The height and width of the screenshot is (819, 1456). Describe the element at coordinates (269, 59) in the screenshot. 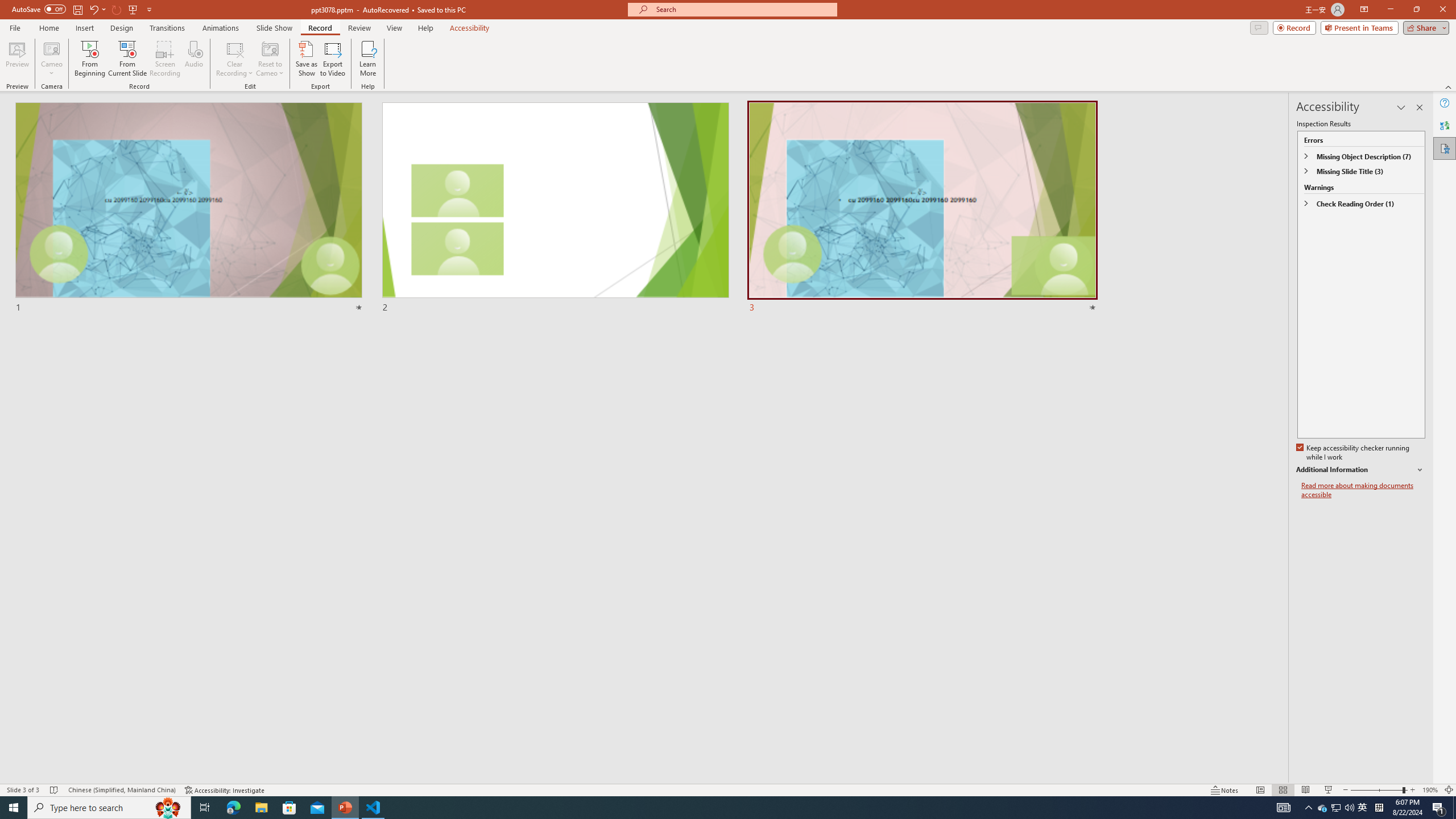

I see `'Reset to Cameo'` at that location.